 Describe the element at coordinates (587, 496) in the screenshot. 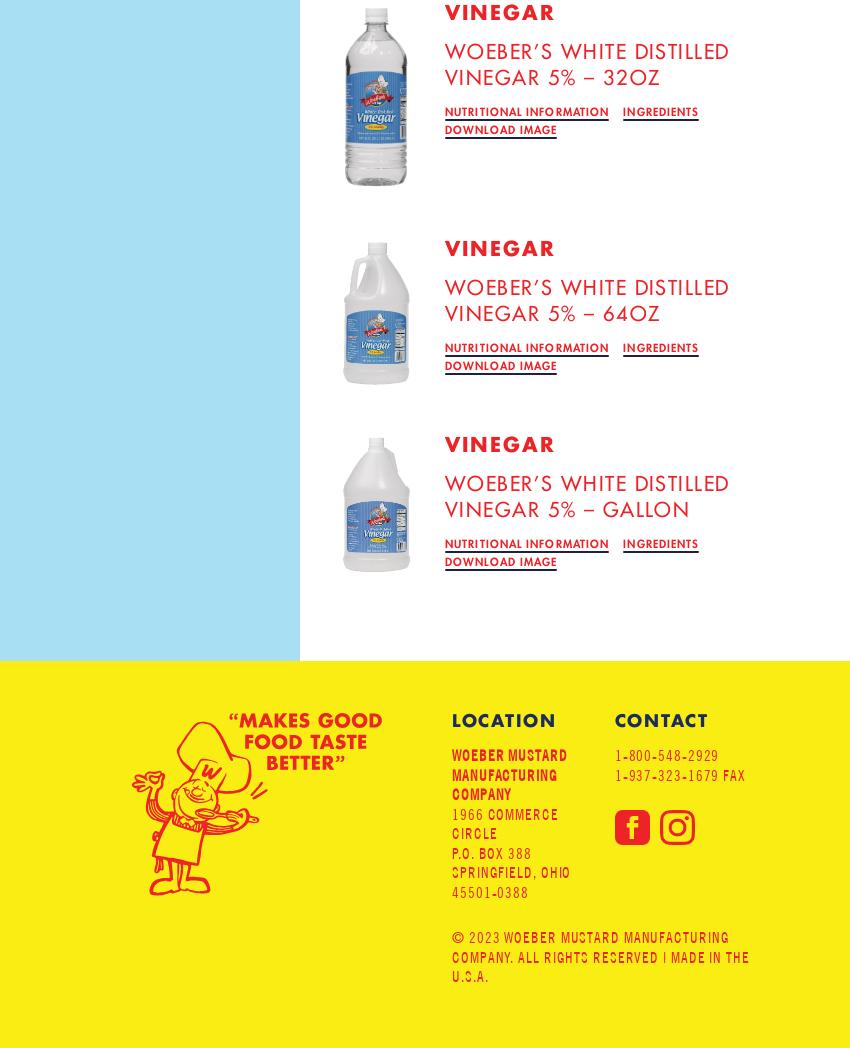

I see `'WOEBER’S WHITE DISTILLED VINEGAR 5% – GALLON'` at that location.